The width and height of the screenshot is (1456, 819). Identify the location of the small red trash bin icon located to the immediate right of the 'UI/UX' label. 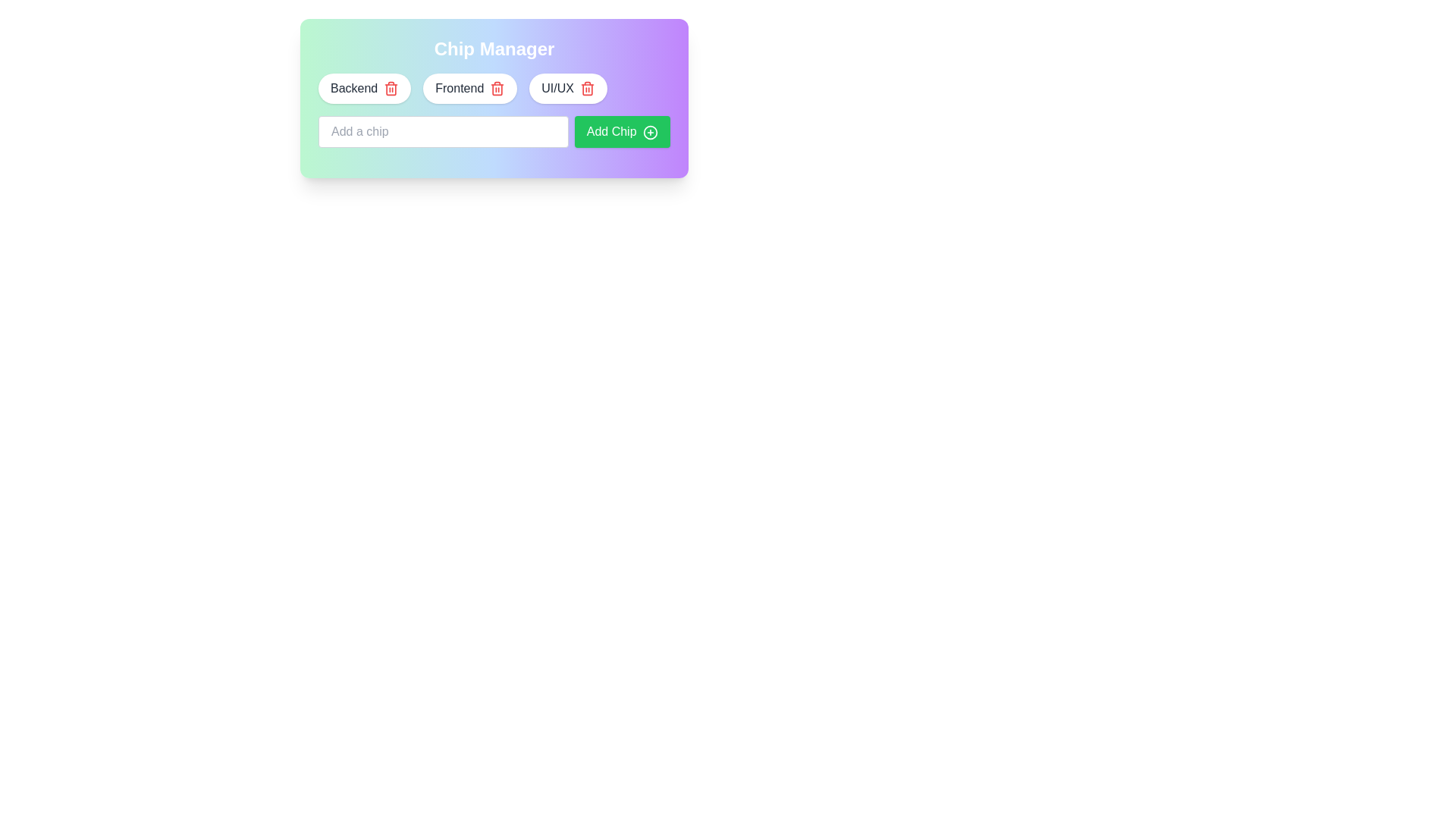
(586, 88).